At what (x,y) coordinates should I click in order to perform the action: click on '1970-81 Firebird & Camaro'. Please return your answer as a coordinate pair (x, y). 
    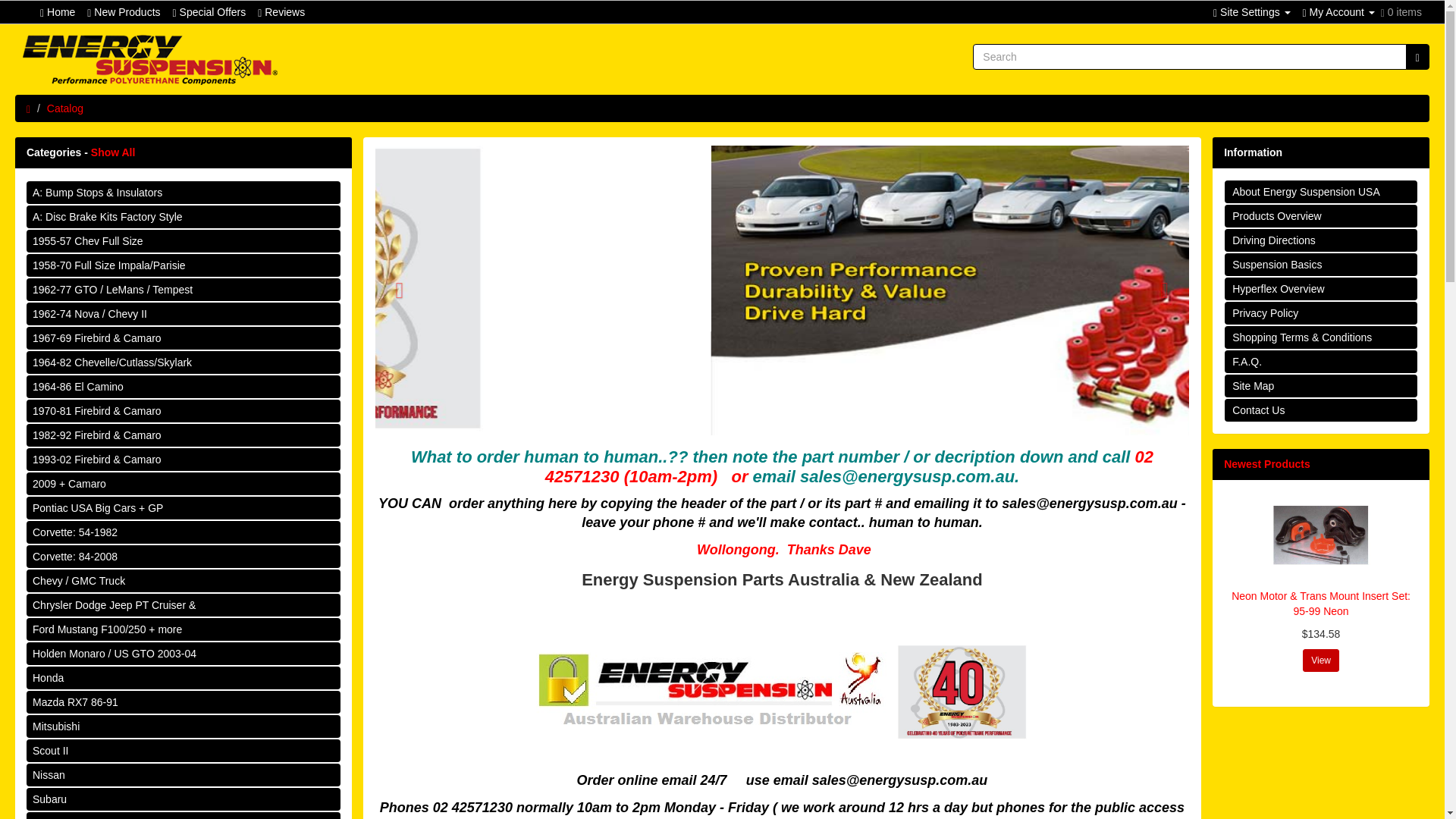
    Looking at the image, I should click on (26, 411).